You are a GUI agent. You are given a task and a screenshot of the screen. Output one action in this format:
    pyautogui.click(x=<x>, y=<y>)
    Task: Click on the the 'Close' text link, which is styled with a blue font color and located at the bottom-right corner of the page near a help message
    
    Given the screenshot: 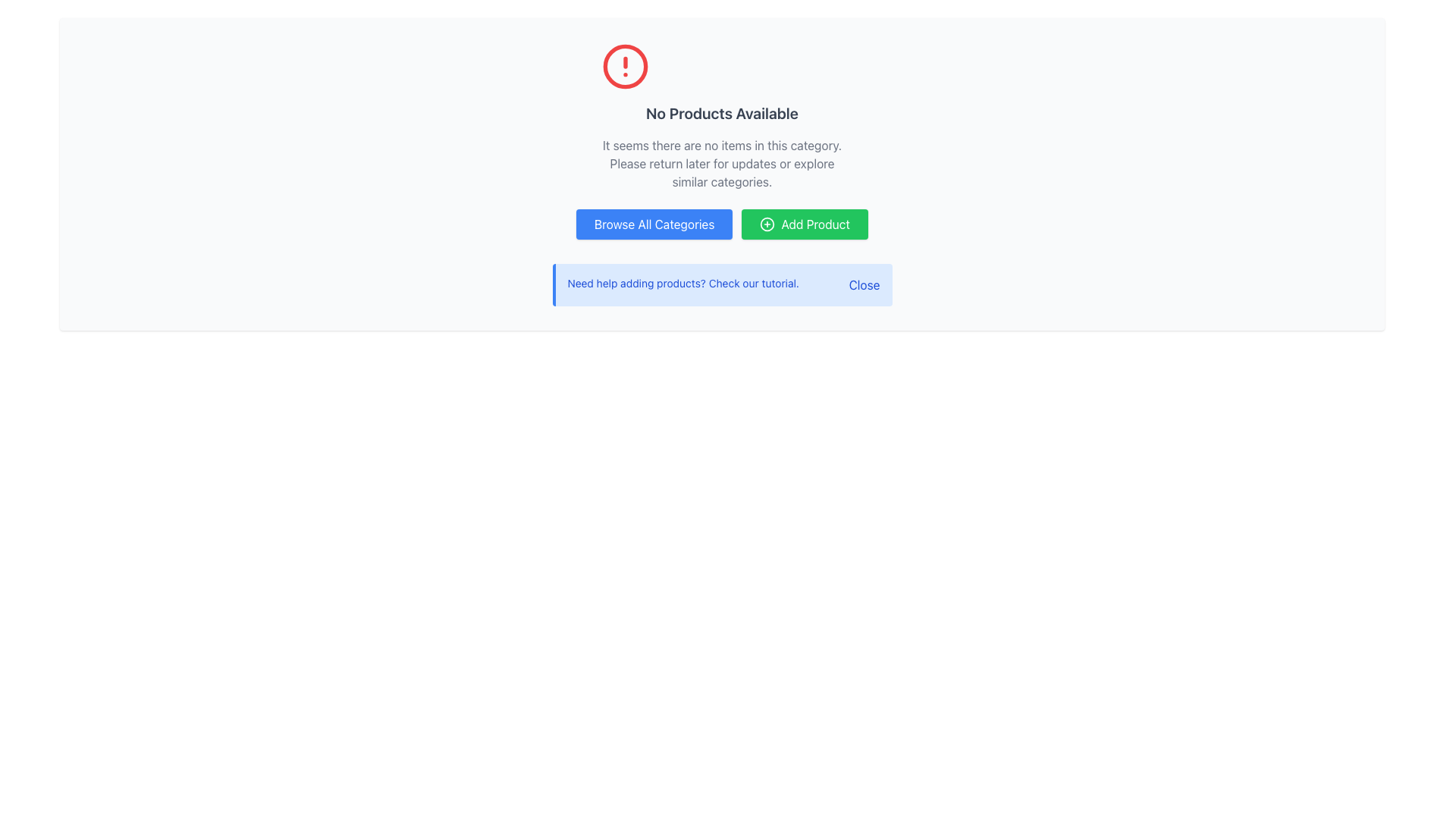 What is the action you would take?
    pyautogui.click(x=864, y=284)
    